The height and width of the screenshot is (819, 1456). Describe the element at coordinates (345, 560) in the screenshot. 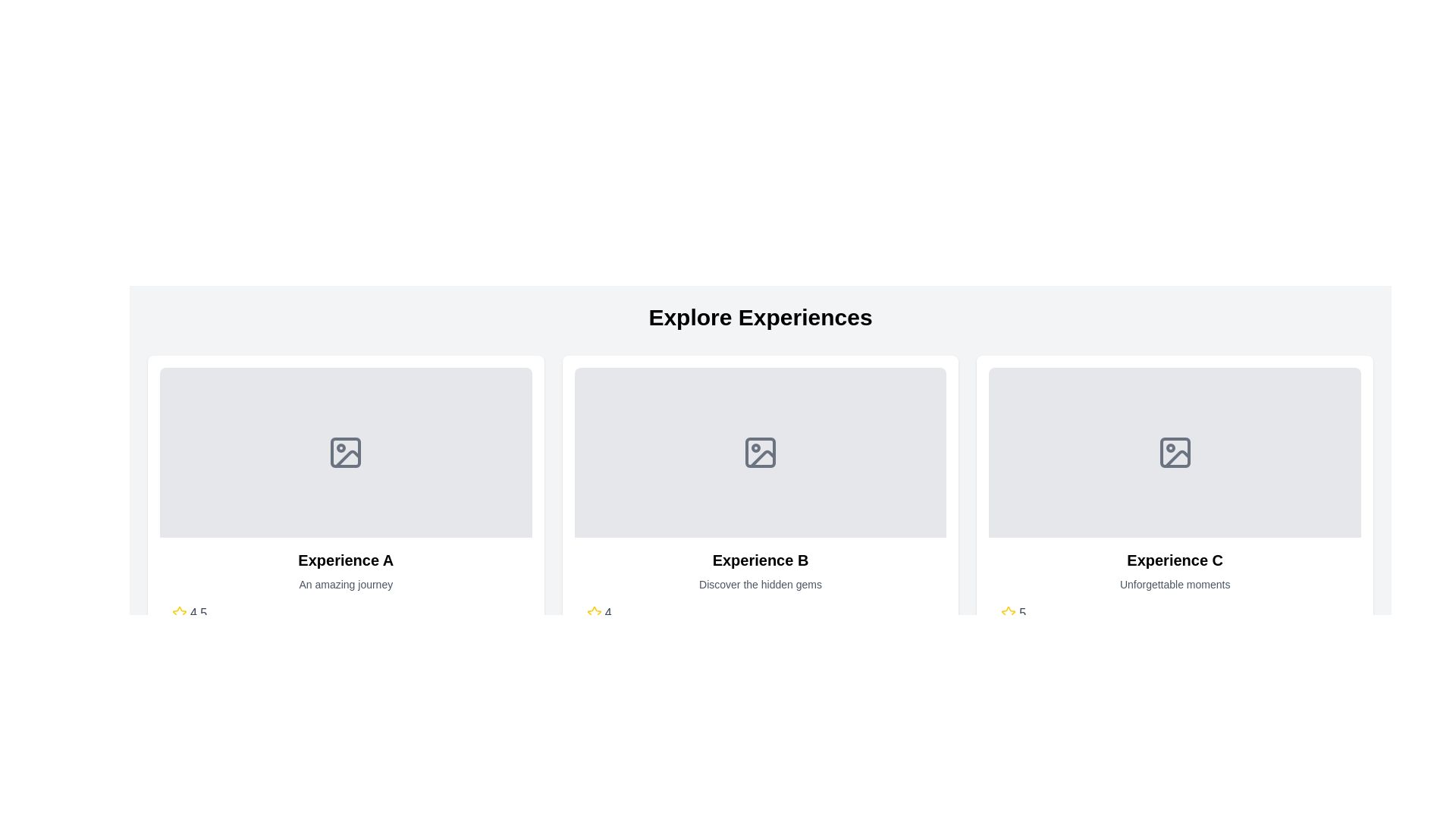

I see `text from the title label located at the center of the bottom section of the leftmost card, which serves as the heading for the content presented` at that location.